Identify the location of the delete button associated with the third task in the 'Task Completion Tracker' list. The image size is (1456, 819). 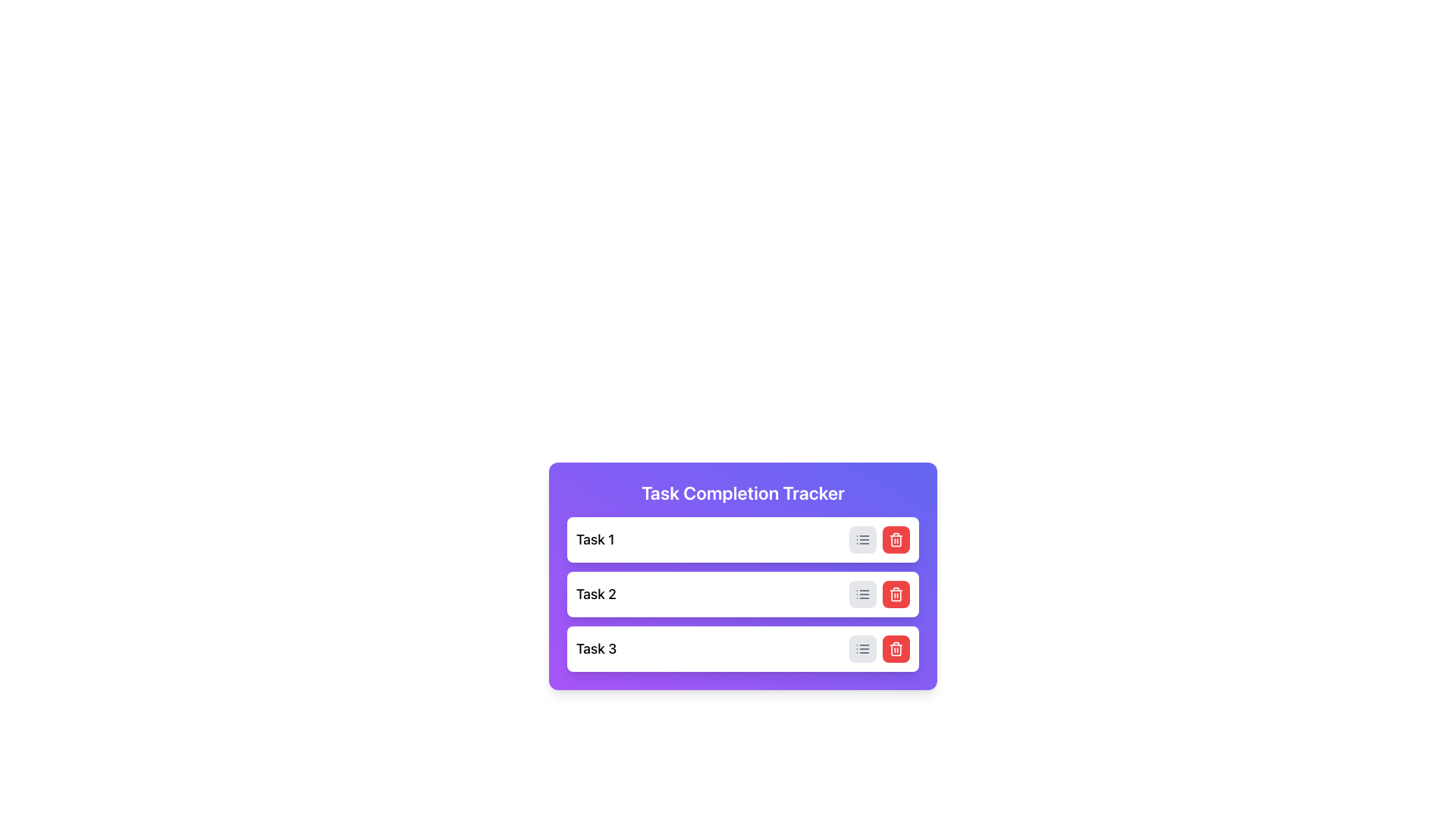
(896, 648).